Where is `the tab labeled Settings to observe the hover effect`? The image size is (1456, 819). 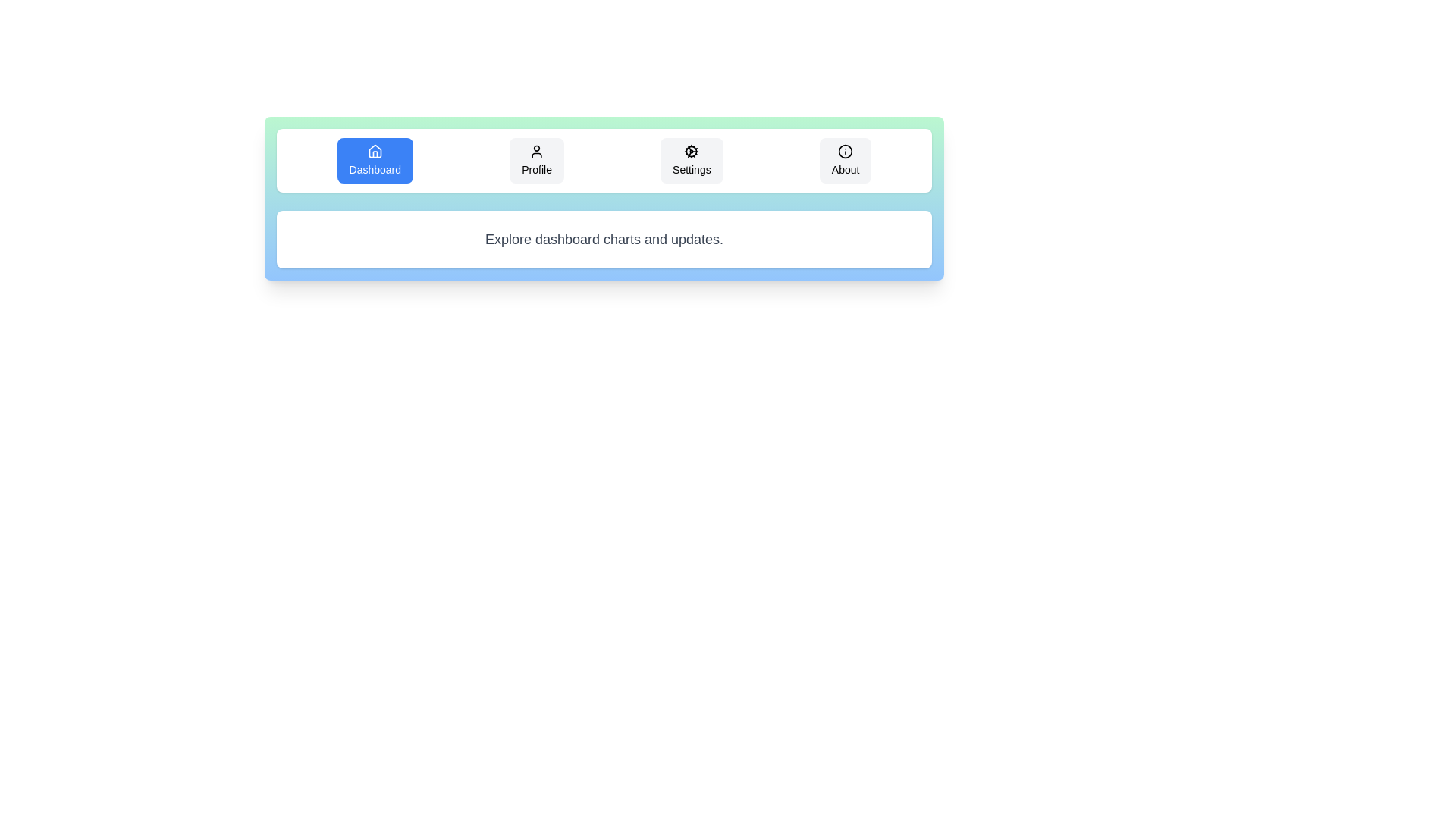 the tab labeled Settings to observe the hover effect is located at coordinates (691, 161).